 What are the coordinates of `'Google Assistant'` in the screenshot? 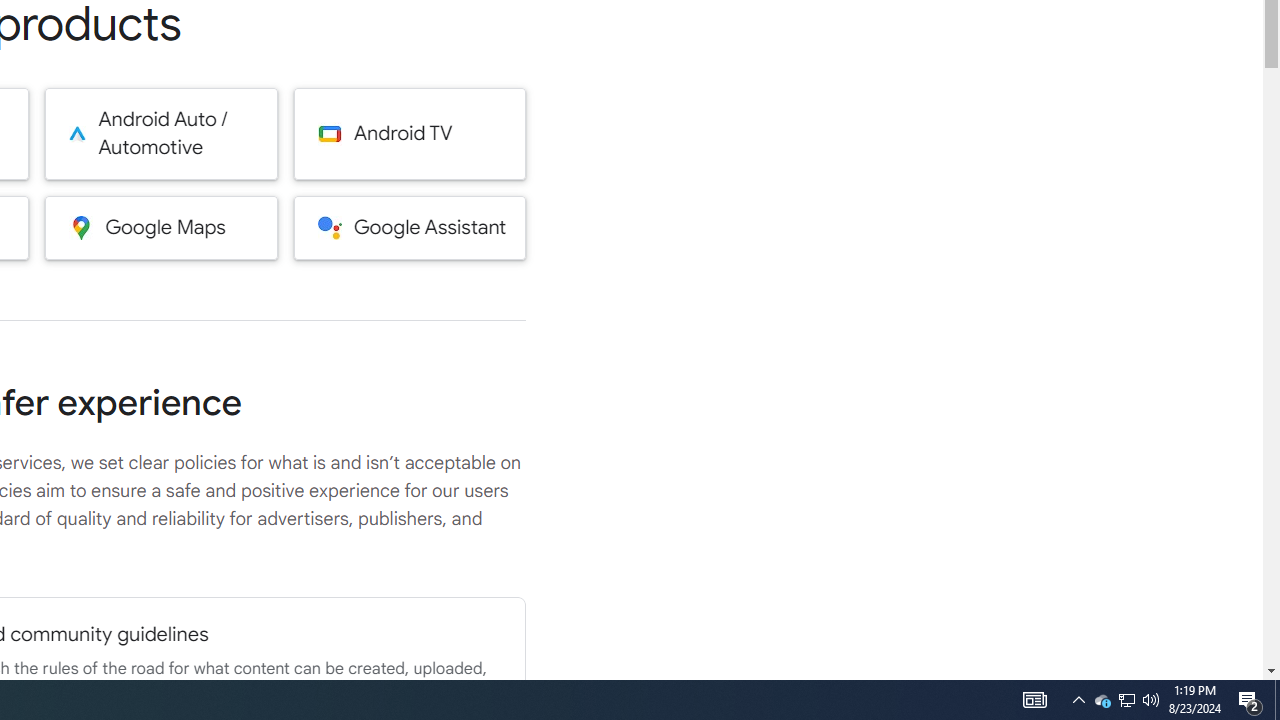 It's located at (409, 226).